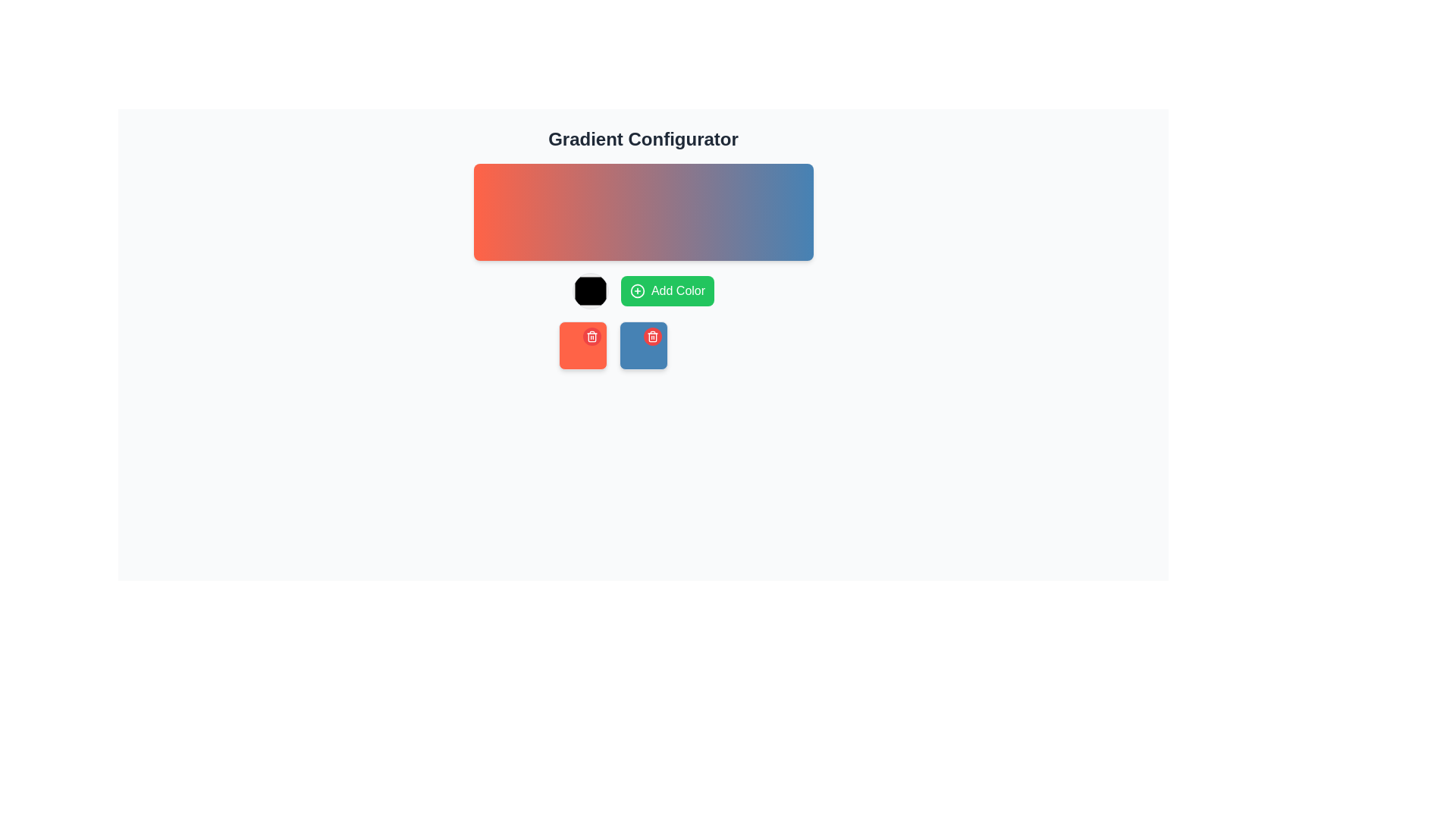  I want to click on the small circular button with a red background and a white trash can icon located in the top-right corner of the red square box, so click(591, 335).